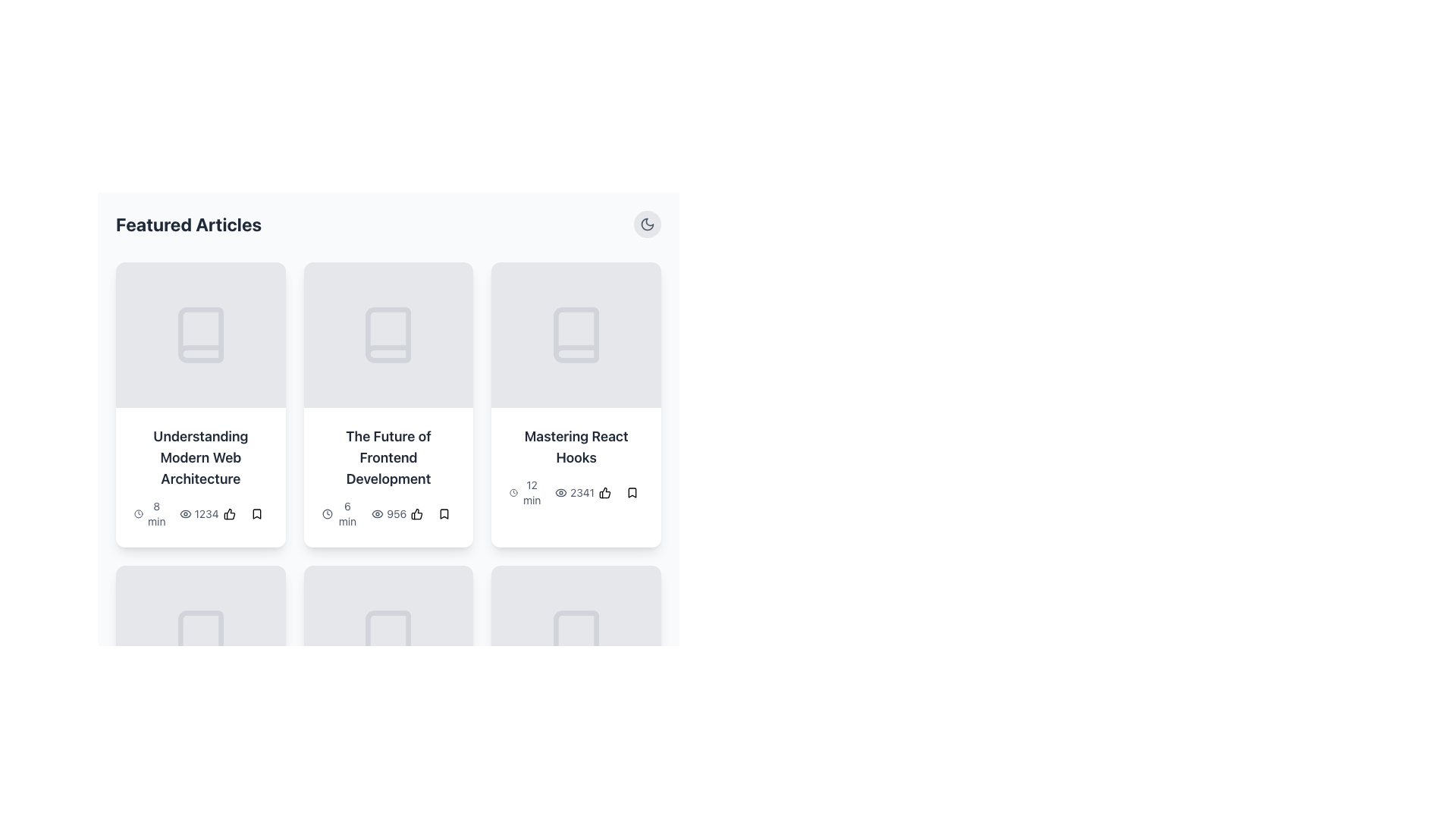 The image size is (1456, 819). I want to click on the thumbs-up icon located inside a circular button at the bottom right corner of the 'Mastering React Hooks' card to register a like, so click(604, 493).